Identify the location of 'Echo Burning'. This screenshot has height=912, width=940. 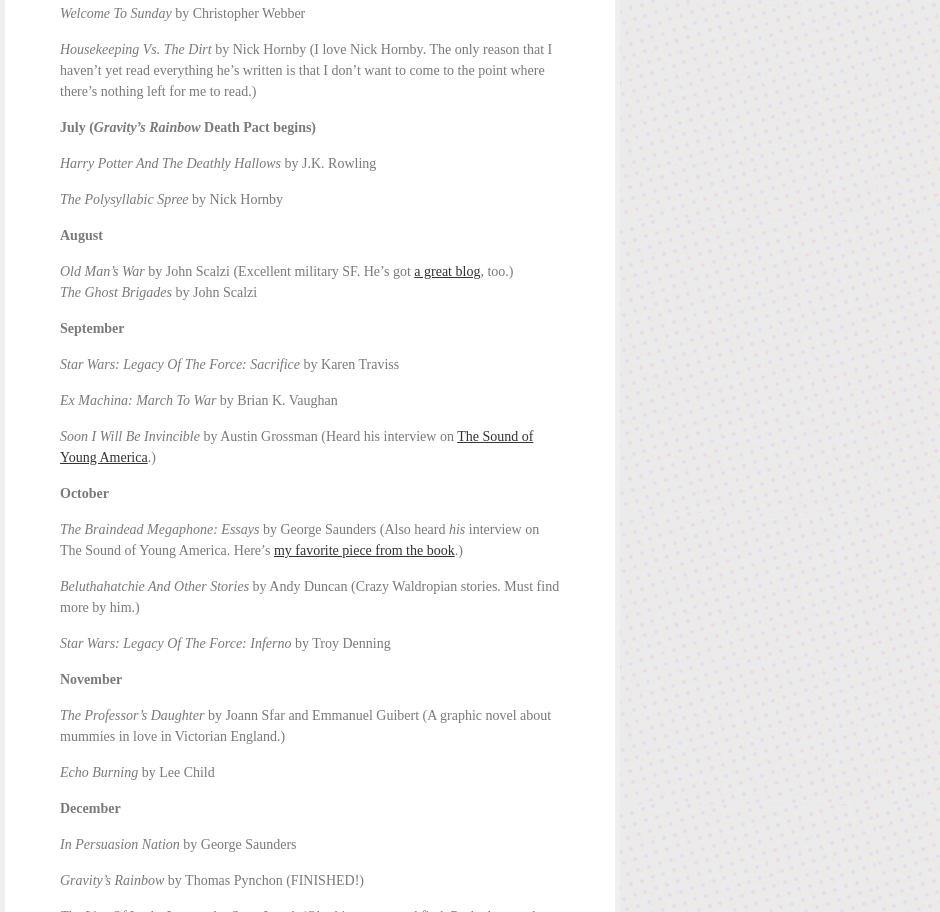
(98, 772).